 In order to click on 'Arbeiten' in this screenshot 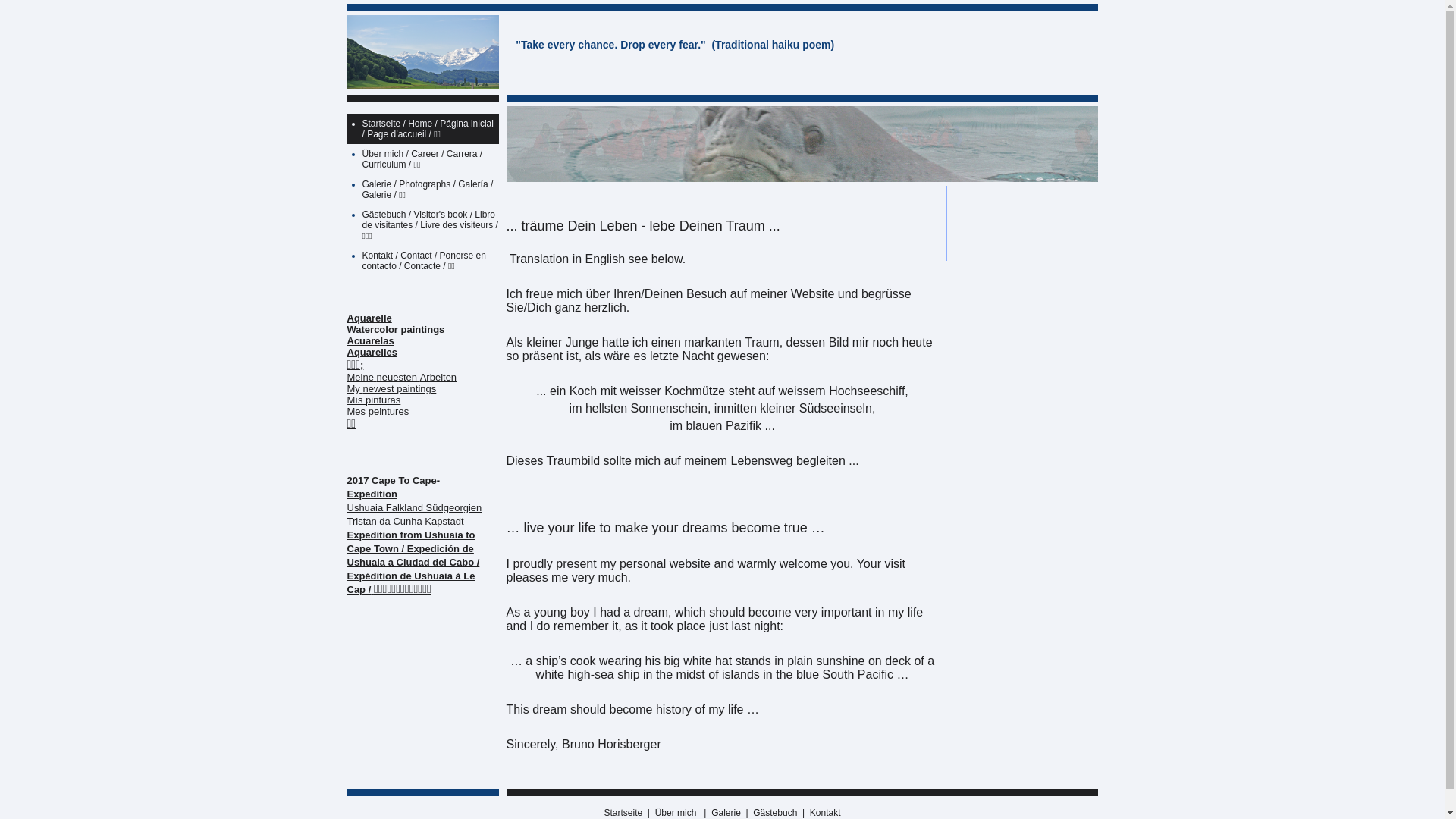, I will do `click(437, 376)`.